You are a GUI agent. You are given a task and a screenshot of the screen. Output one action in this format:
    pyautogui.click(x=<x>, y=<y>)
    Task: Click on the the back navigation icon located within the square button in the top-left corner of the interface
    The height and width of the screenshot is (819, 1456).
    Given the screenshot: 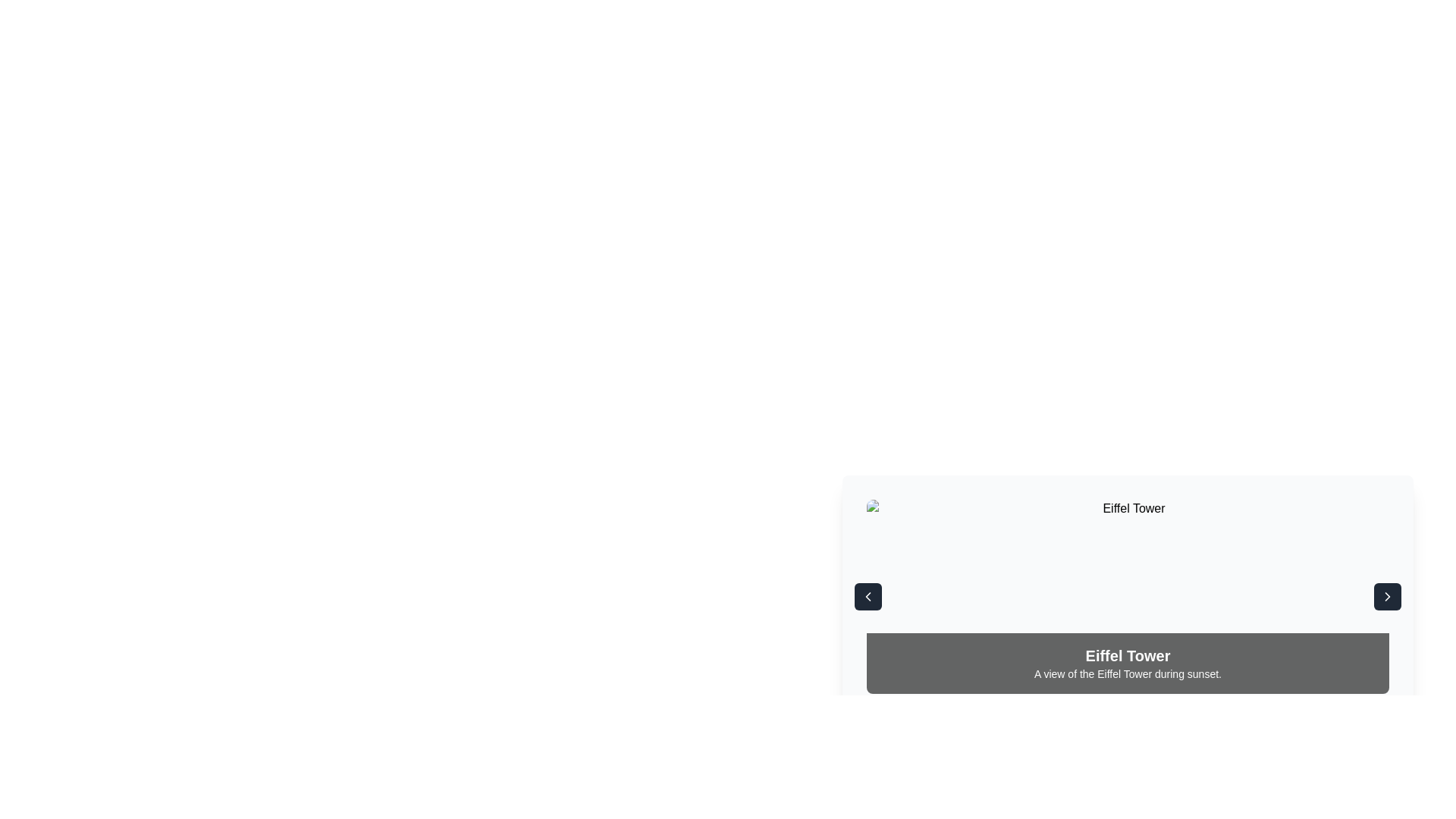 What is the action you would take?
    pyautogui.click(x=868, y=595)
    